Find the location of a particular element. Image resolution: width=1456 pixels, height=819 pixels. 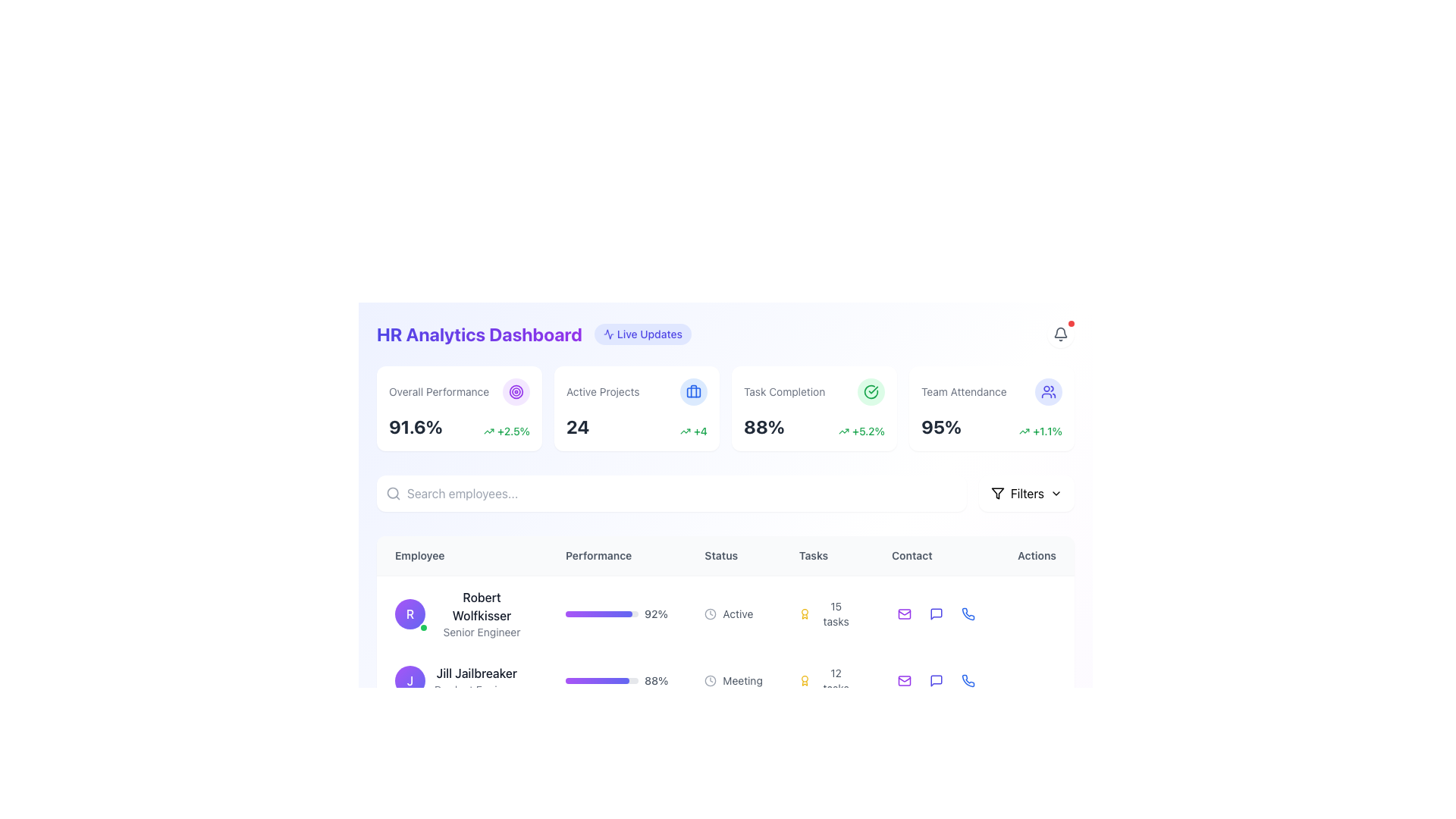

status text from the text label displaying 'Active' styled with a gray font, located in the 'Status' column next to the clock icon for employee 'Robert Wolfkisser' is located at coordinates (738, 614).